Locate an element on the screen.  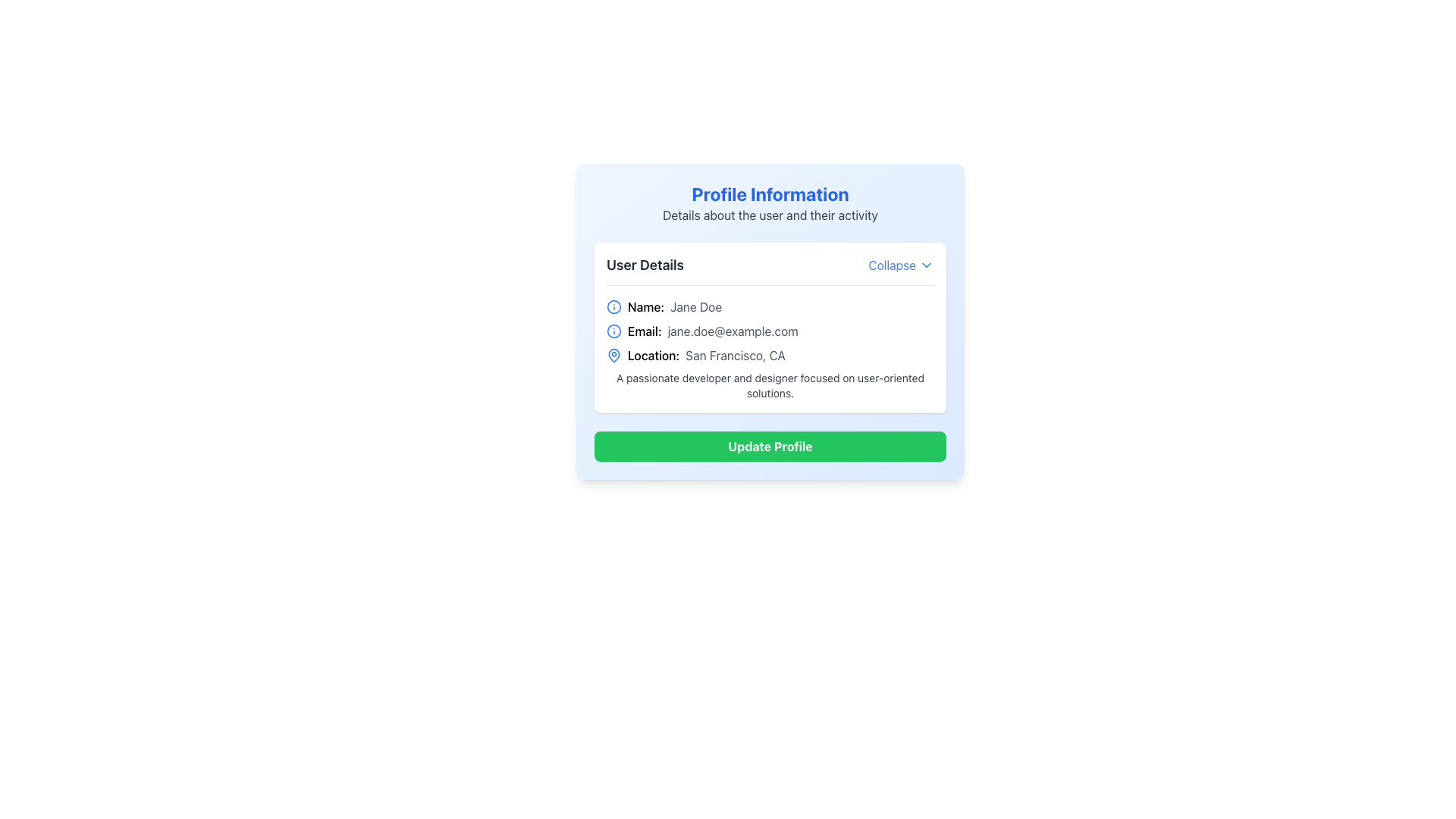
the static text label 'Email:' located in the 'User Details' section, which precedes the email address 'jane.doe@example.com' is located at coordinates (645, 330).